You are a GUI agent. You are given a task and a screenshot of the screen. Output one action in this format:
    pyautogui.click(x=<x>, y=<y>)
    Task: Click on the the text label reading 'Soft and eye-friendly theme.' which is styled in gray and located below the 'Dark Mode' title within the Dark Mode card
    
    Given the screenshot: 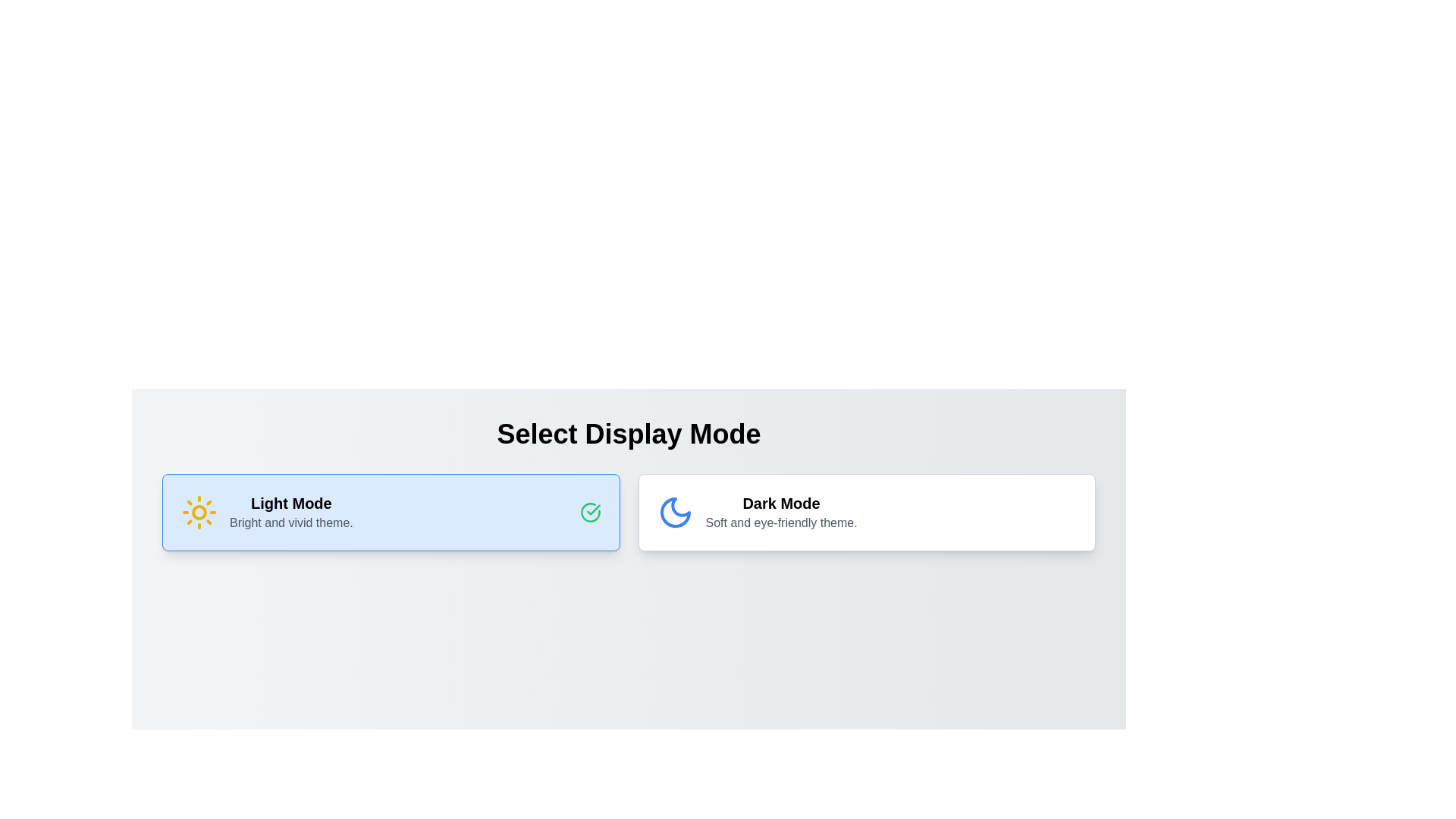 What is the action you would take?
    pyautogui.click(x=781, y=522)
    